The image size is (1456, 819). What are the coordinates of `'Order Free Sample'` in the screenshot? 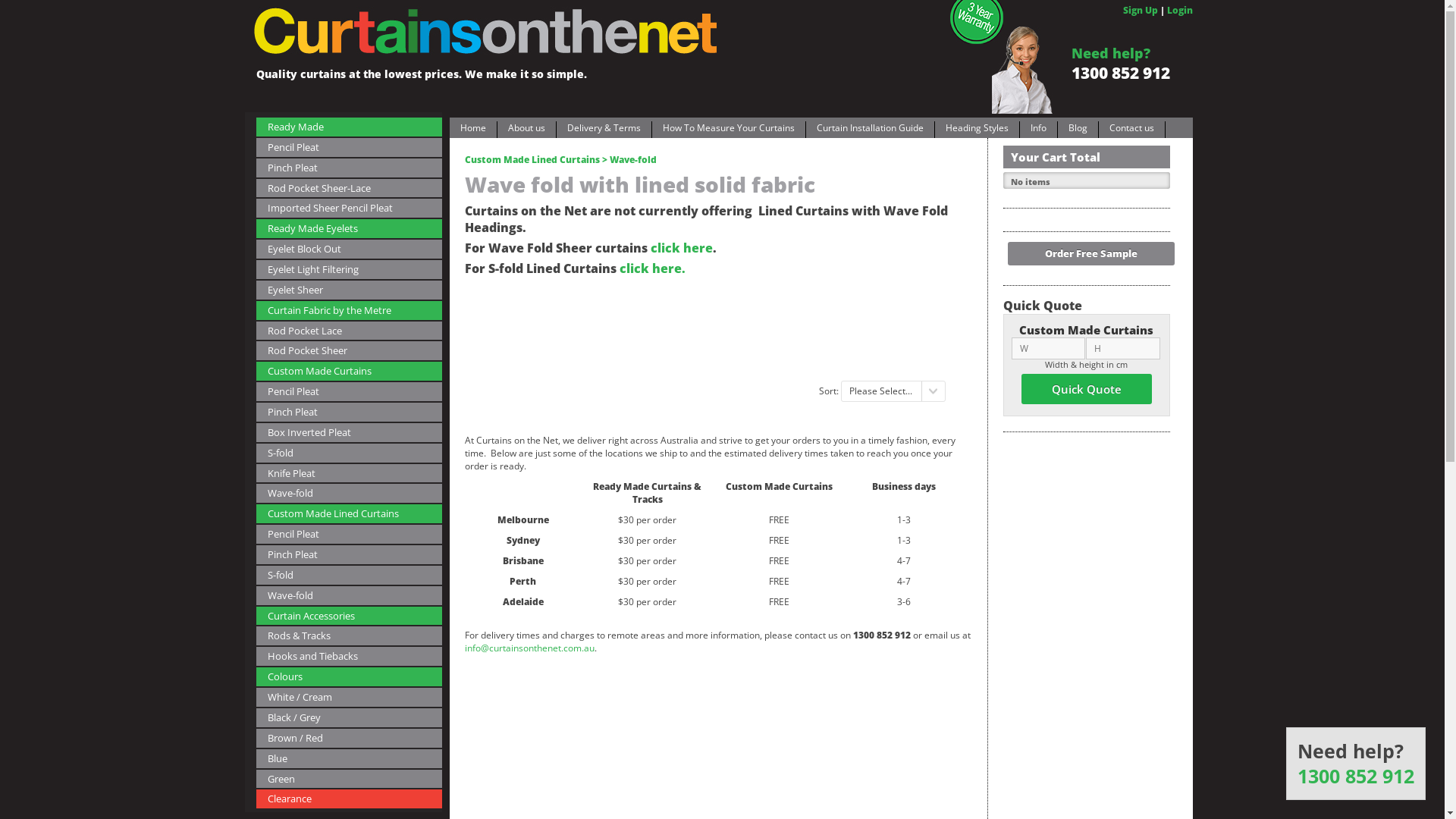 It's located at (1090, 253).